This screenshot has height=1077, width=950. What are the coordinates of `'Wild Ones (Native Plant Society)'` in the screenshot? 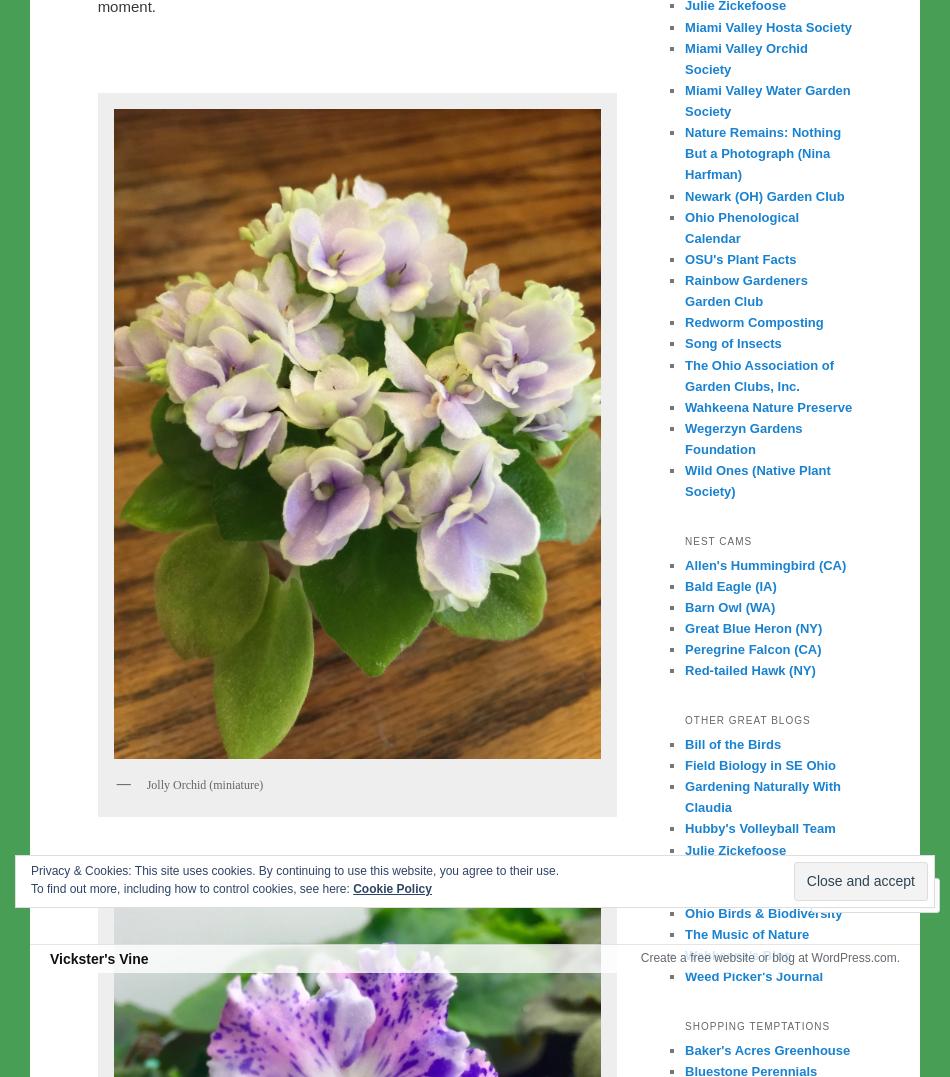 It's located at (756, 480).